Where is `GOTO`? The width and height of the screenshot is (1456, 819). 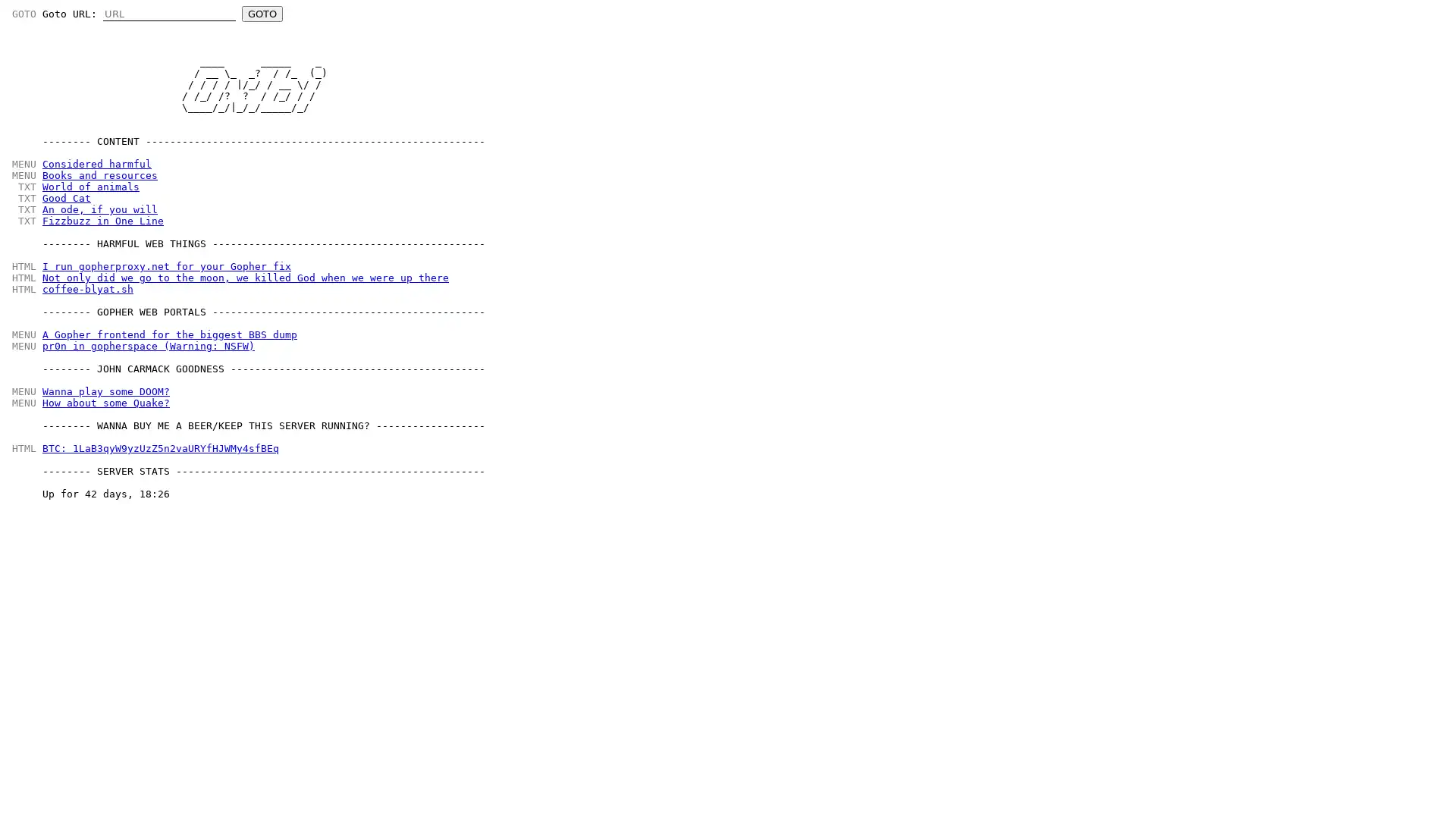 GOTO is located at coordinates (262, 14).